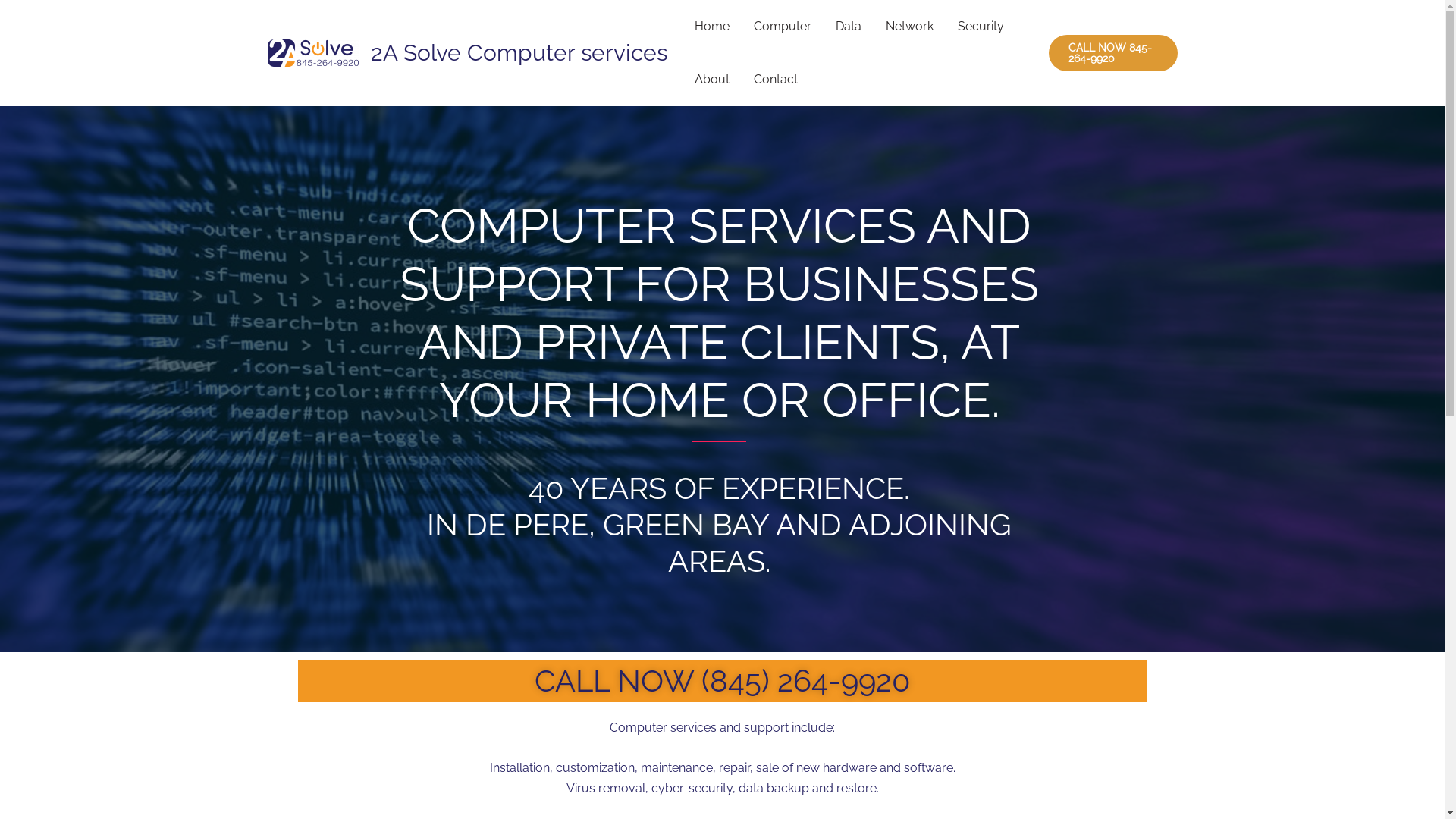 Image resolution: width=1456 pixels, height=819 pixels. Describe the element at coordinates (1047, 52) in the screenshot. I see `'CALL NOW 845-264-9920'` at that location.